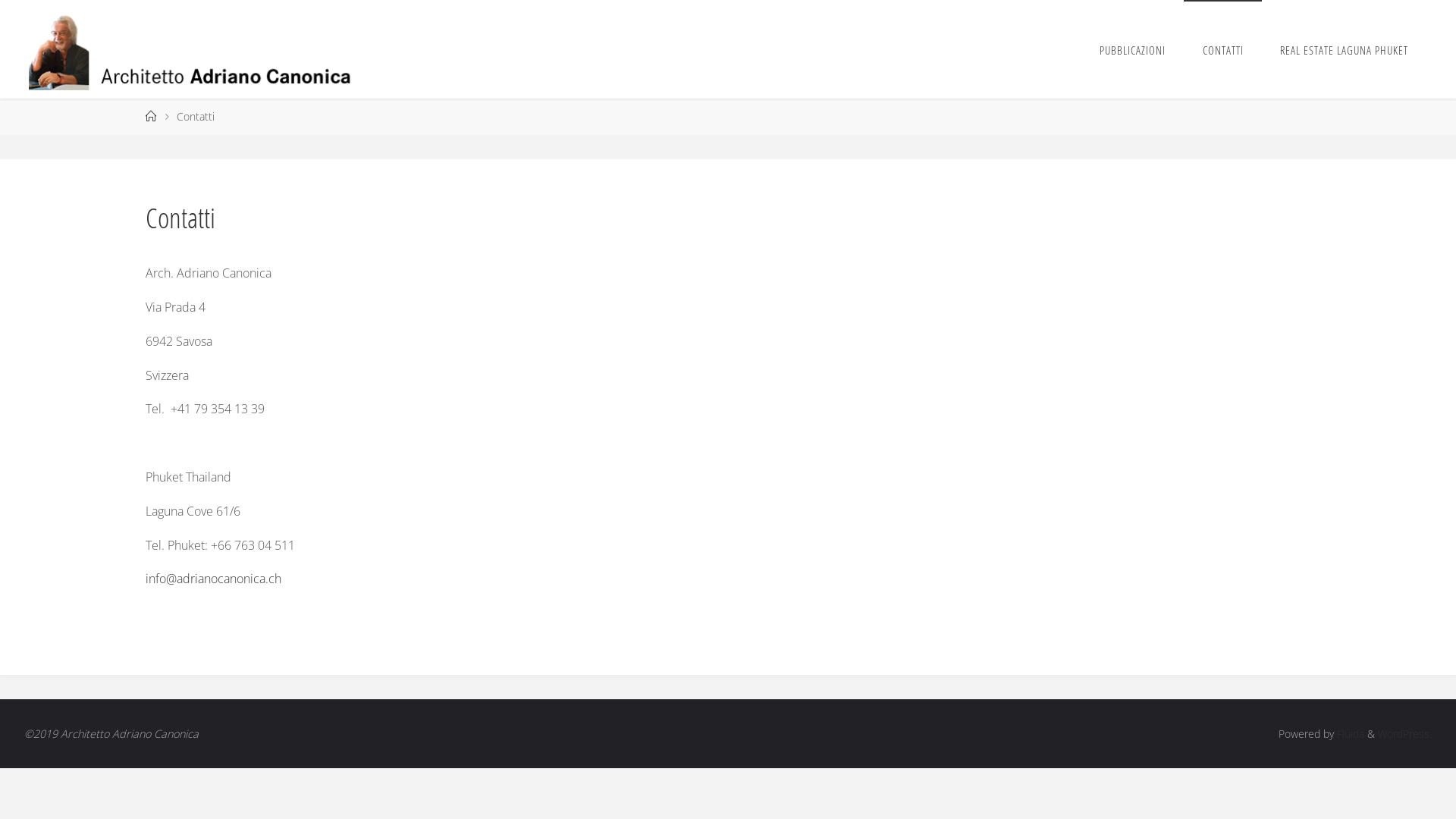  What do you see at coordinates (1404, 733) in the screenshot?
I see `'WordPress.'` at bounding box center [1404, 733].